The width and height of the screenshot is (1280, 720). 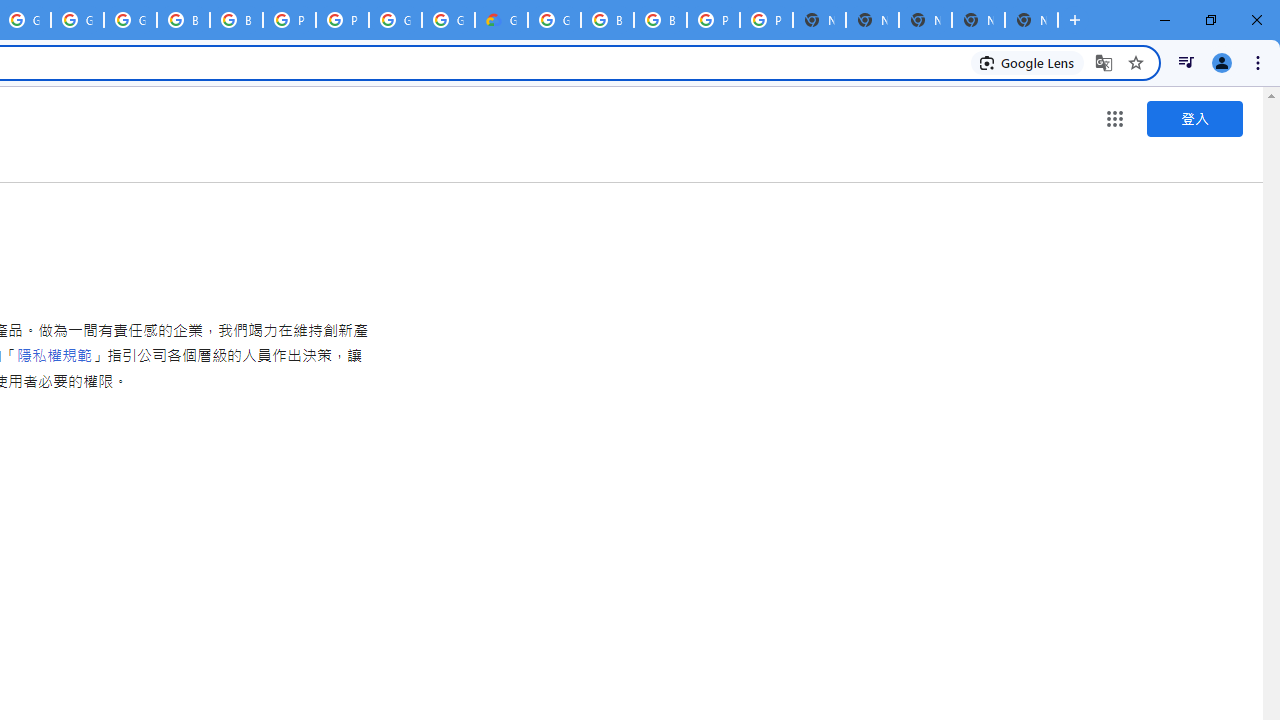 What do you see at coordinates (395, 20) in the screenshot?
I see `'Google Cloud Platform'` at bounding box center [395, 20].